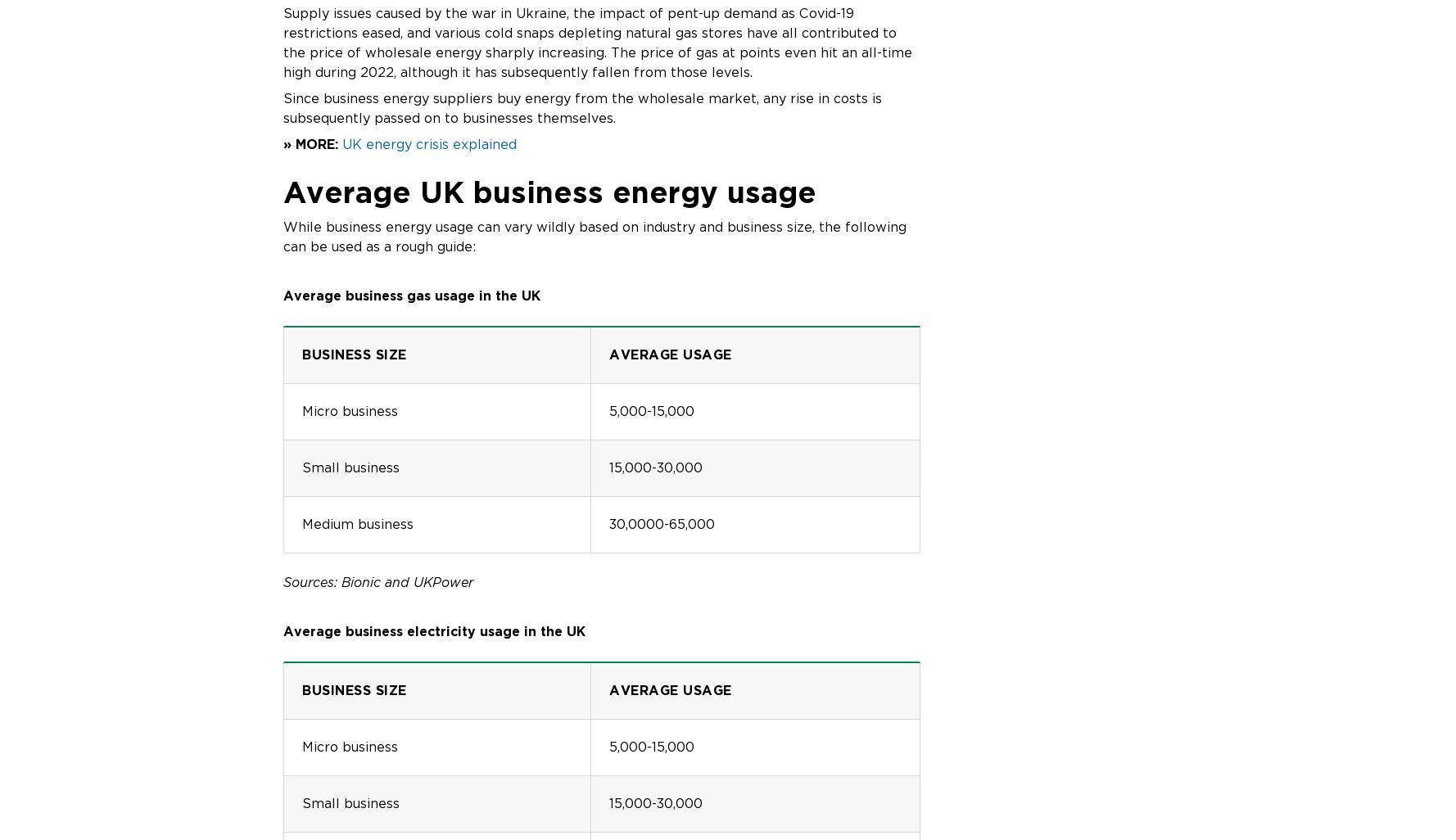 The height and width of the screenshot is (840, 1456). I want to click on 'Average business gas usage in the UK', so click(410, 294).